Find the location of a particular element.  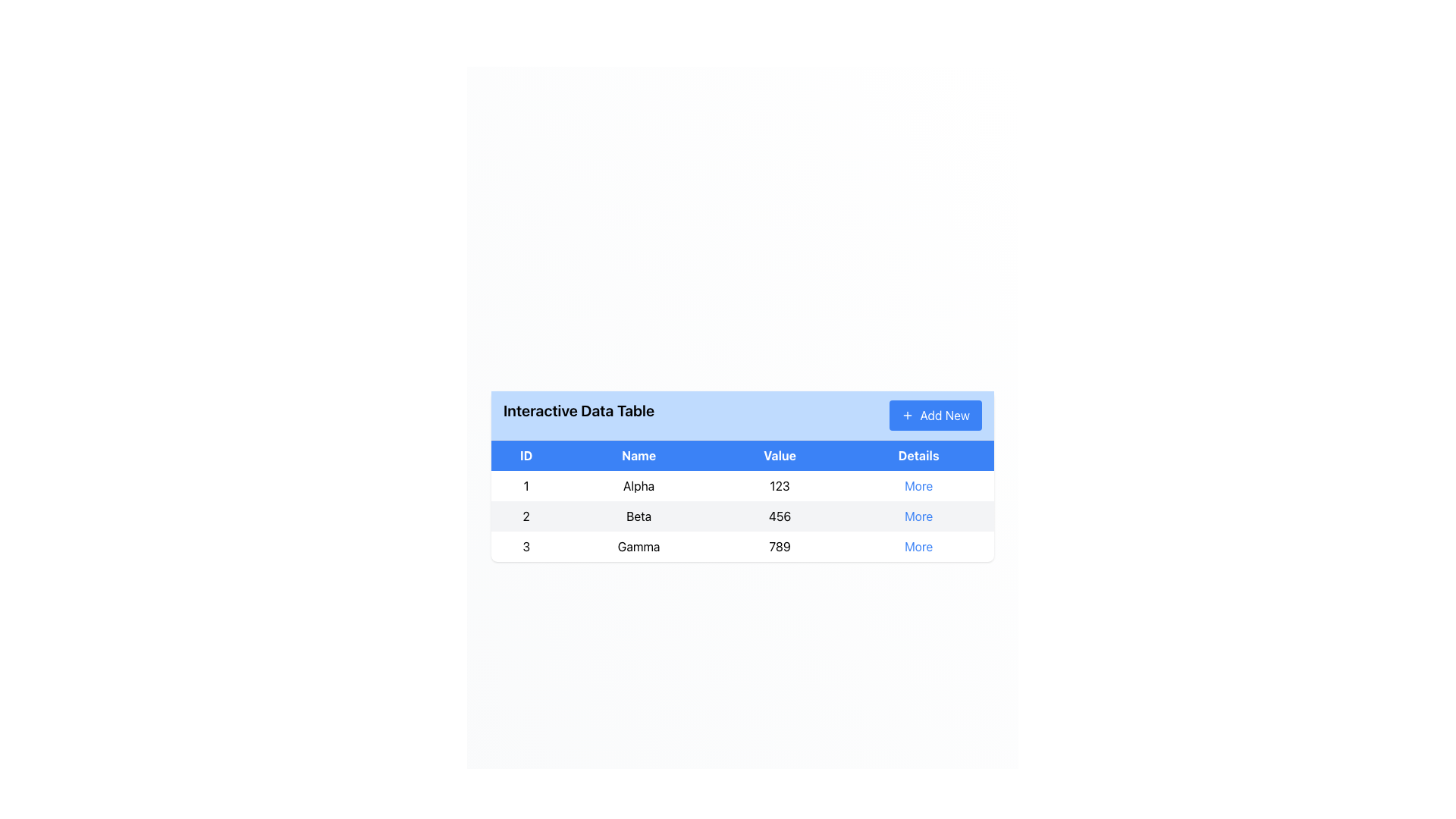

text displayed in the centered text component showing the number '2', located in the first column of the second row under the 'ID' header is located at coordinates (526, 515).